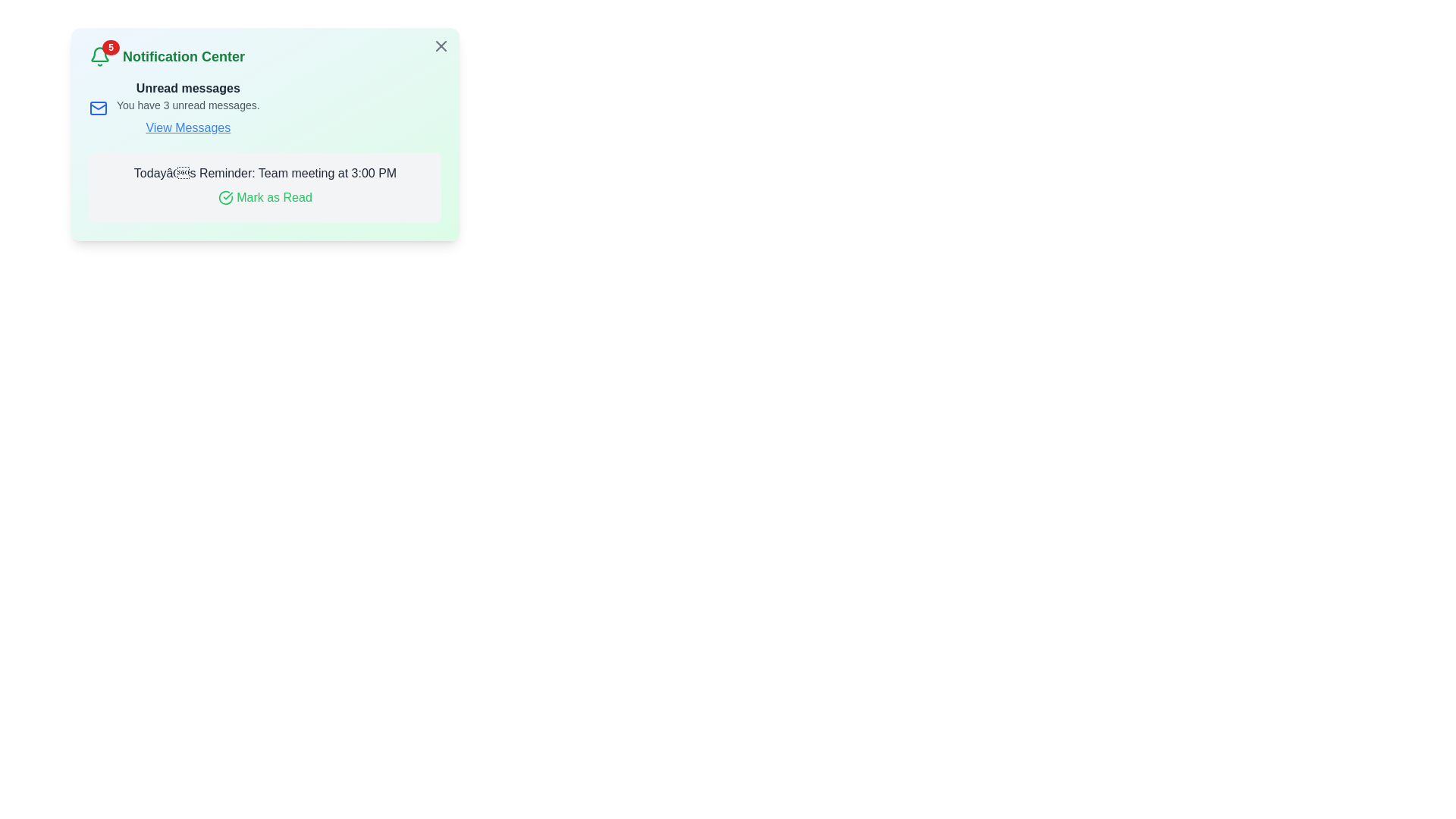  Describe the element at coordinates (97, 107) in the screenshot. I see `the envelope icon representing the messaging feature, which has a blue-stroke outline and is located to the left of the 'Unread messages' text in the notification card` at that location.